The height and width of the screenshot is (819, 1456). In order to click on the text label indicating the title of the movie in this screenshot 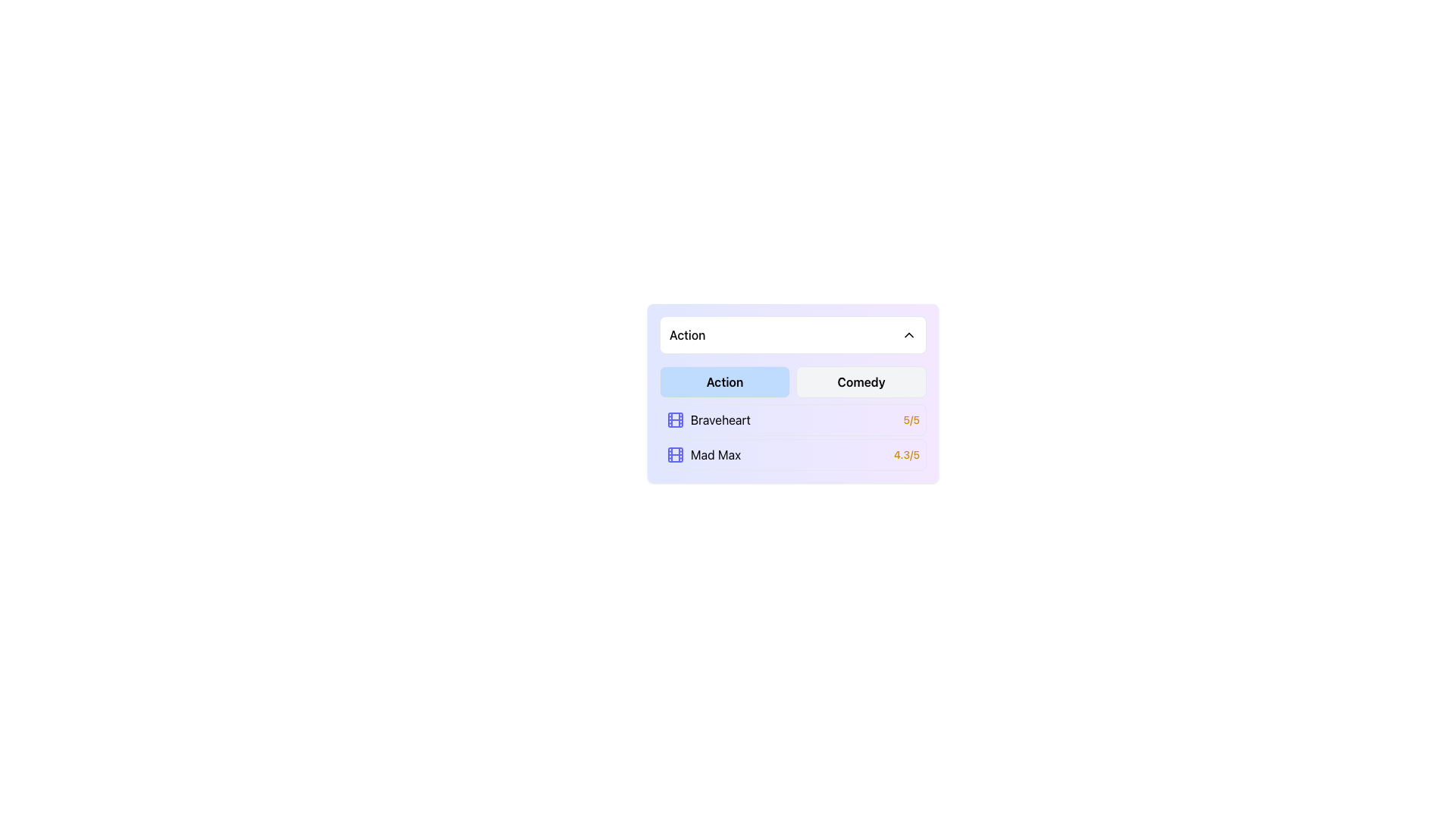, I will do `click(703, 454)`.